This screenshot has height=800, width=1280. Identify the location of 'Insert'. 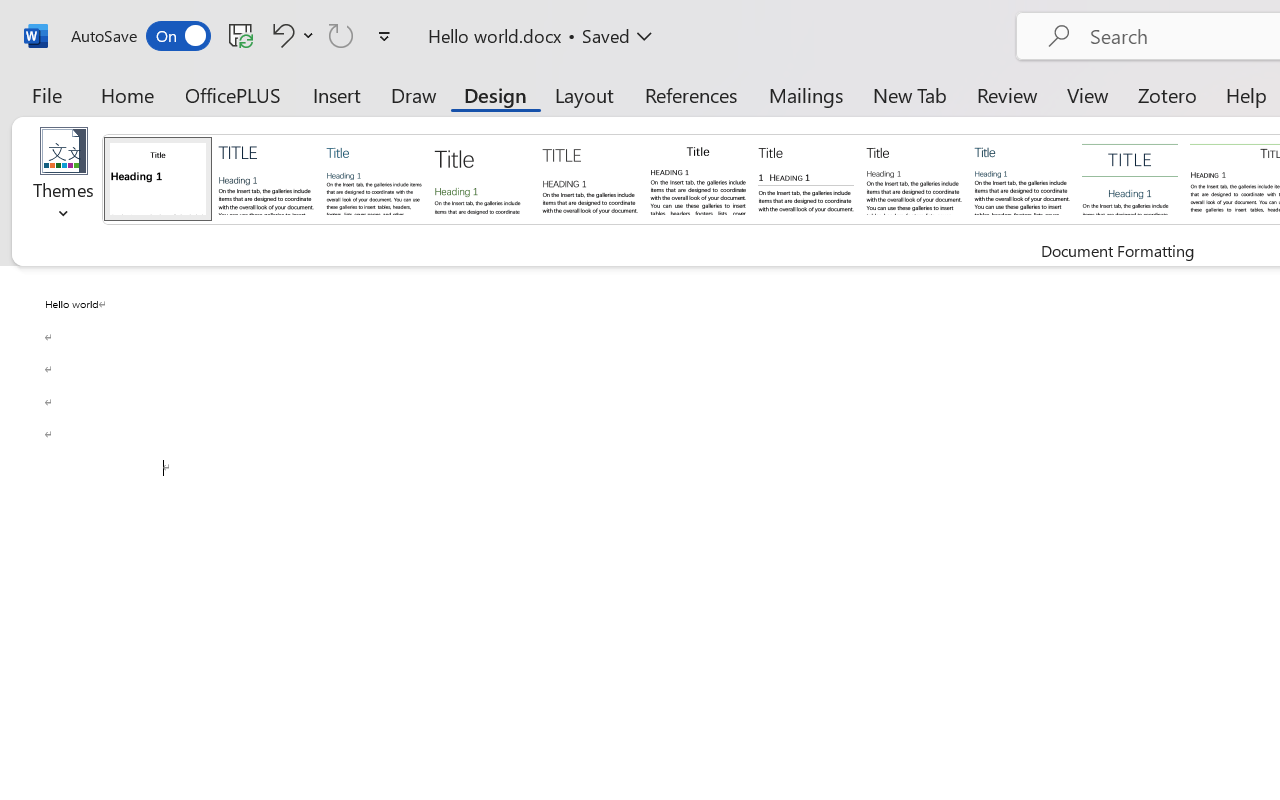
(337, 94).